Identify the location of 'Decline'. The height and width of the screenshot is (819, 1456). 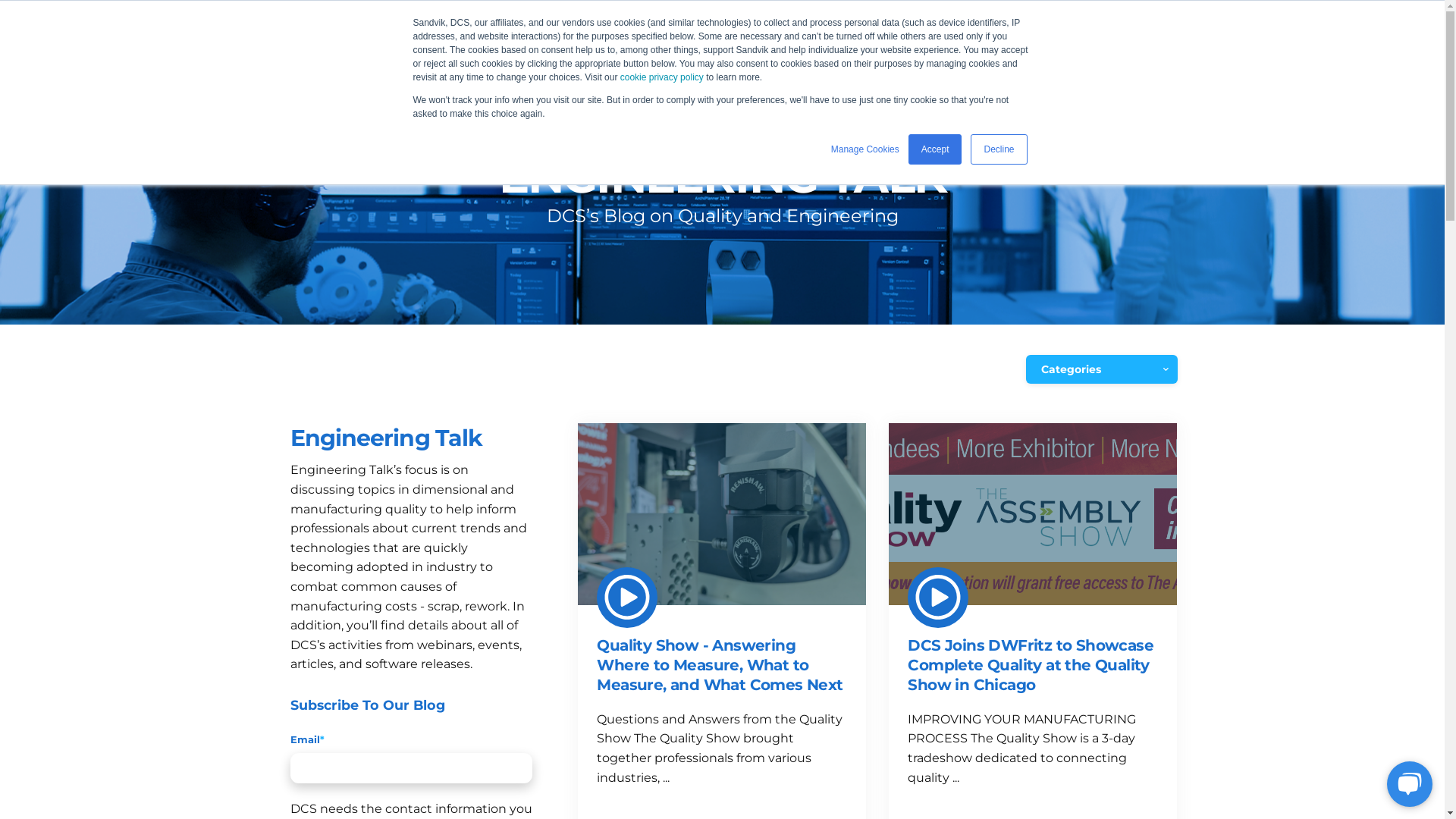
(998, 149).